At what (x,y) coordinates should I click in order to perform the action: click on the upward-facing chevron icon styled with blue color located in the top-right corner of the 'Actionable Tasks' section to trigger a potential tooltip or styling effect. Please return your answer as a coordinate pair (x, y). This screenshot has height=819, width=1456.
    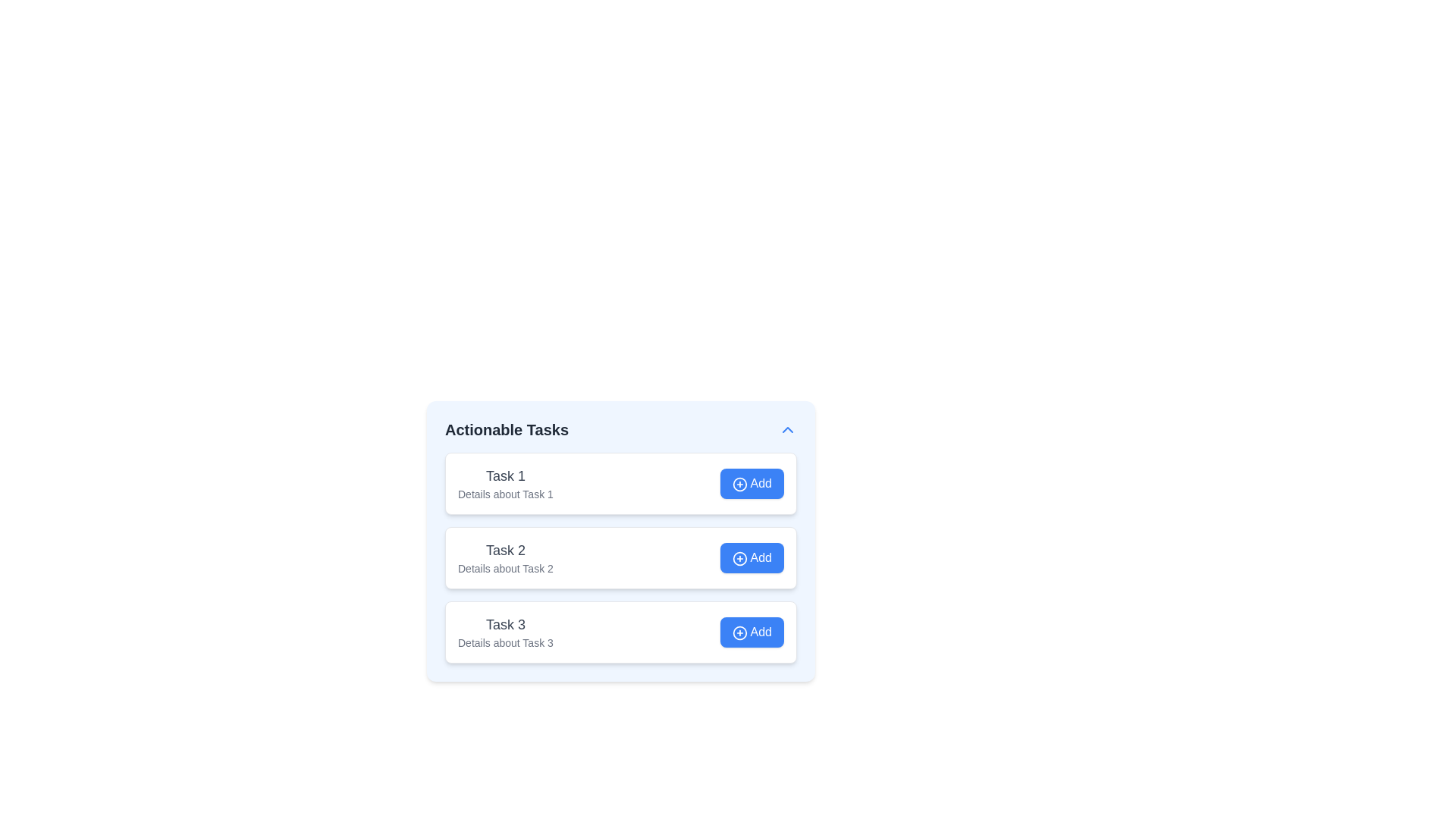
    Looking at the image, I should click on (787, 430).